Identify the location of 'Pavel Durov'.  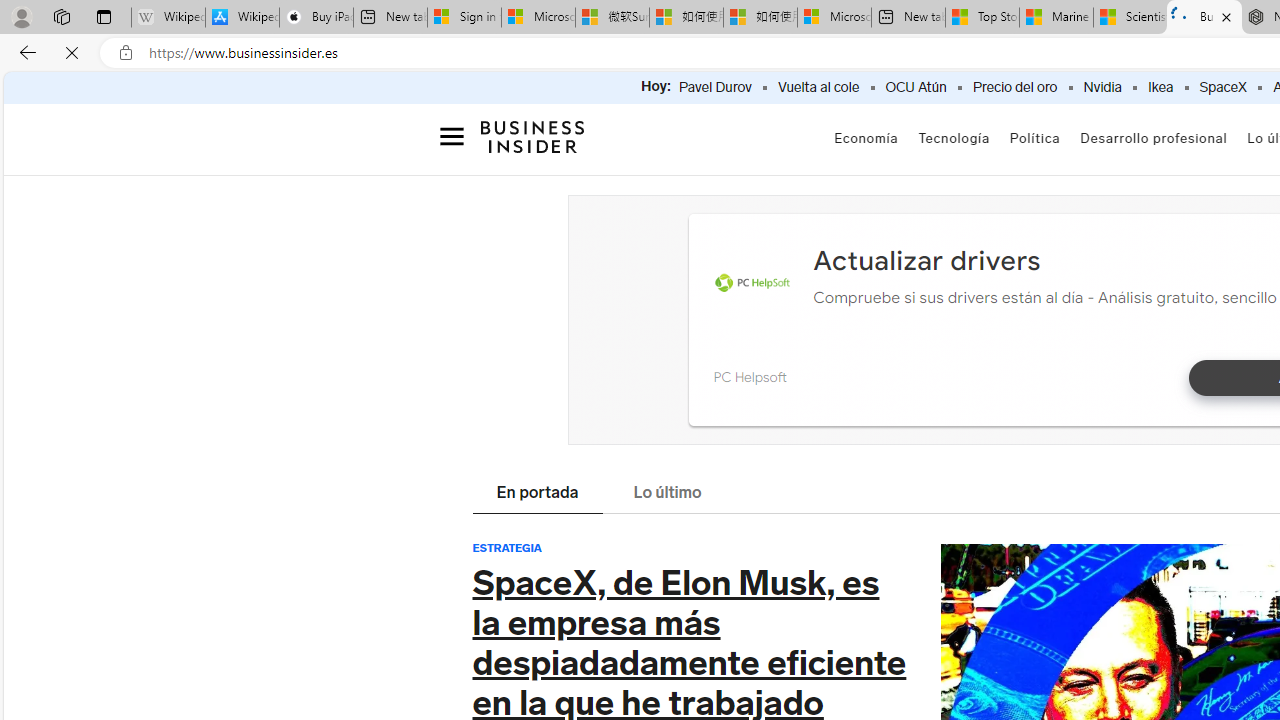
(715, 87).